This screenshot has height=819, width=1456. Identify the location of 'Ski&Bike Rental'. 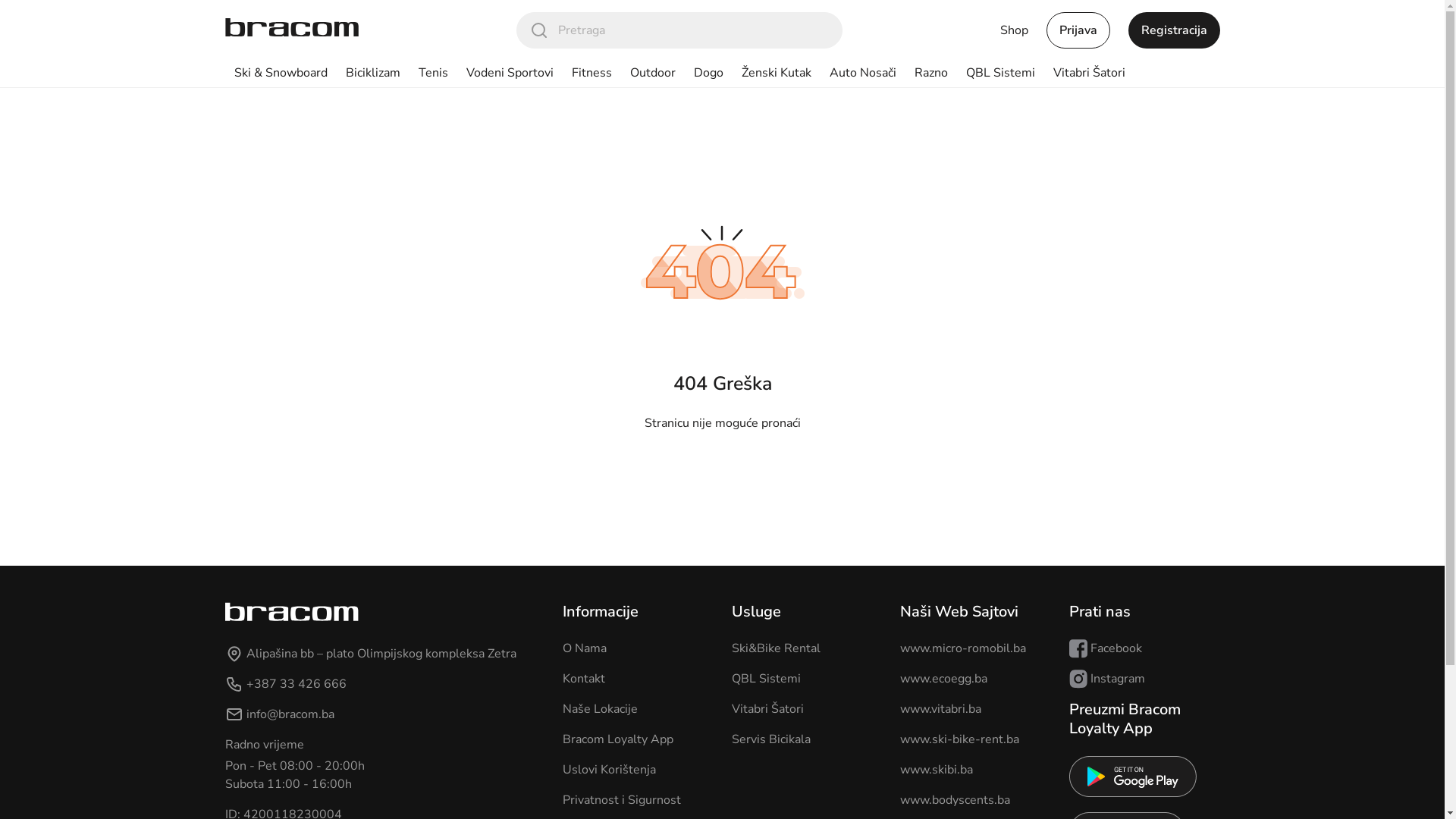
(731, 648).